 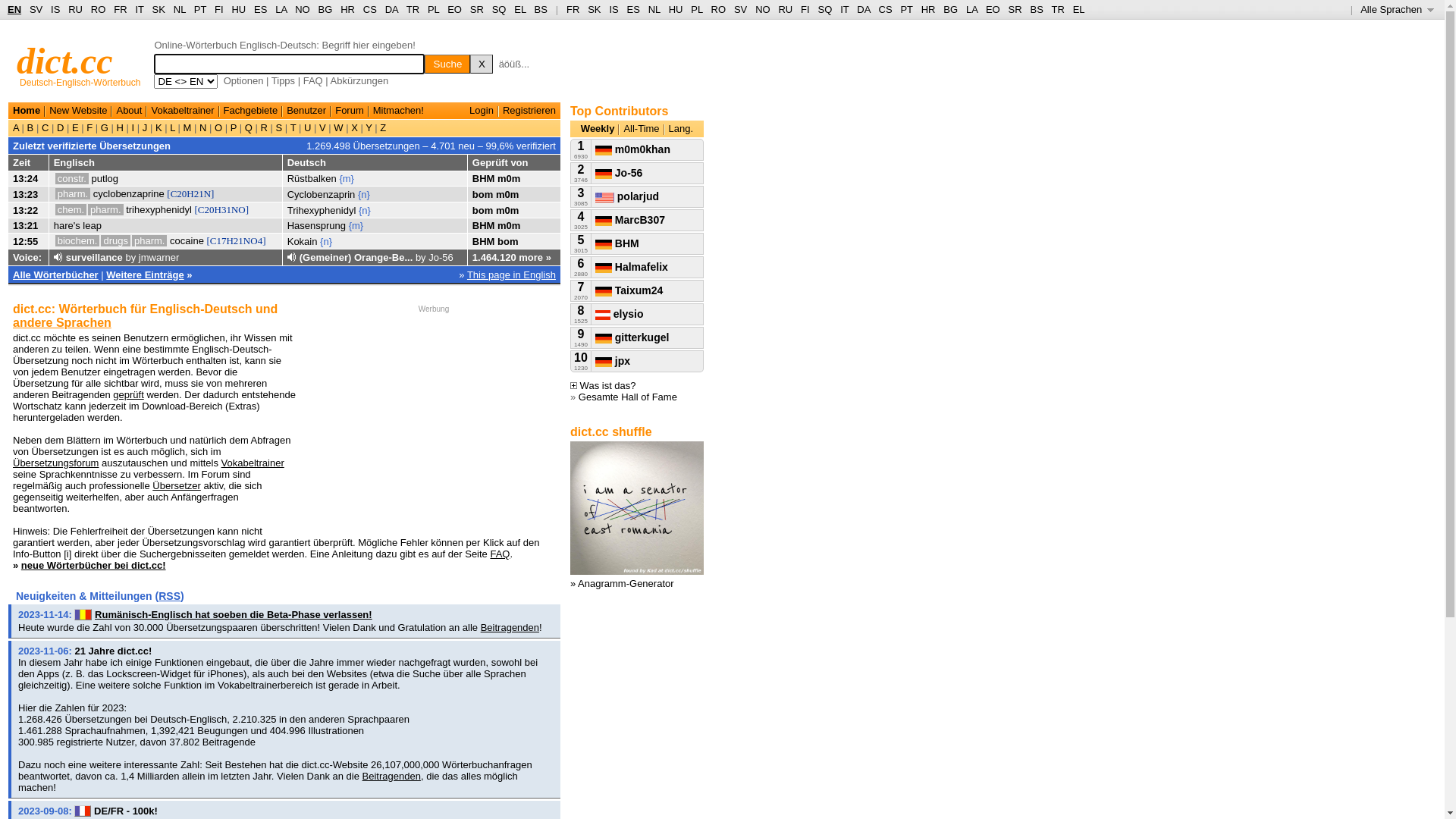 I want to click on 'MarcB307', so click(x=595, y=219).